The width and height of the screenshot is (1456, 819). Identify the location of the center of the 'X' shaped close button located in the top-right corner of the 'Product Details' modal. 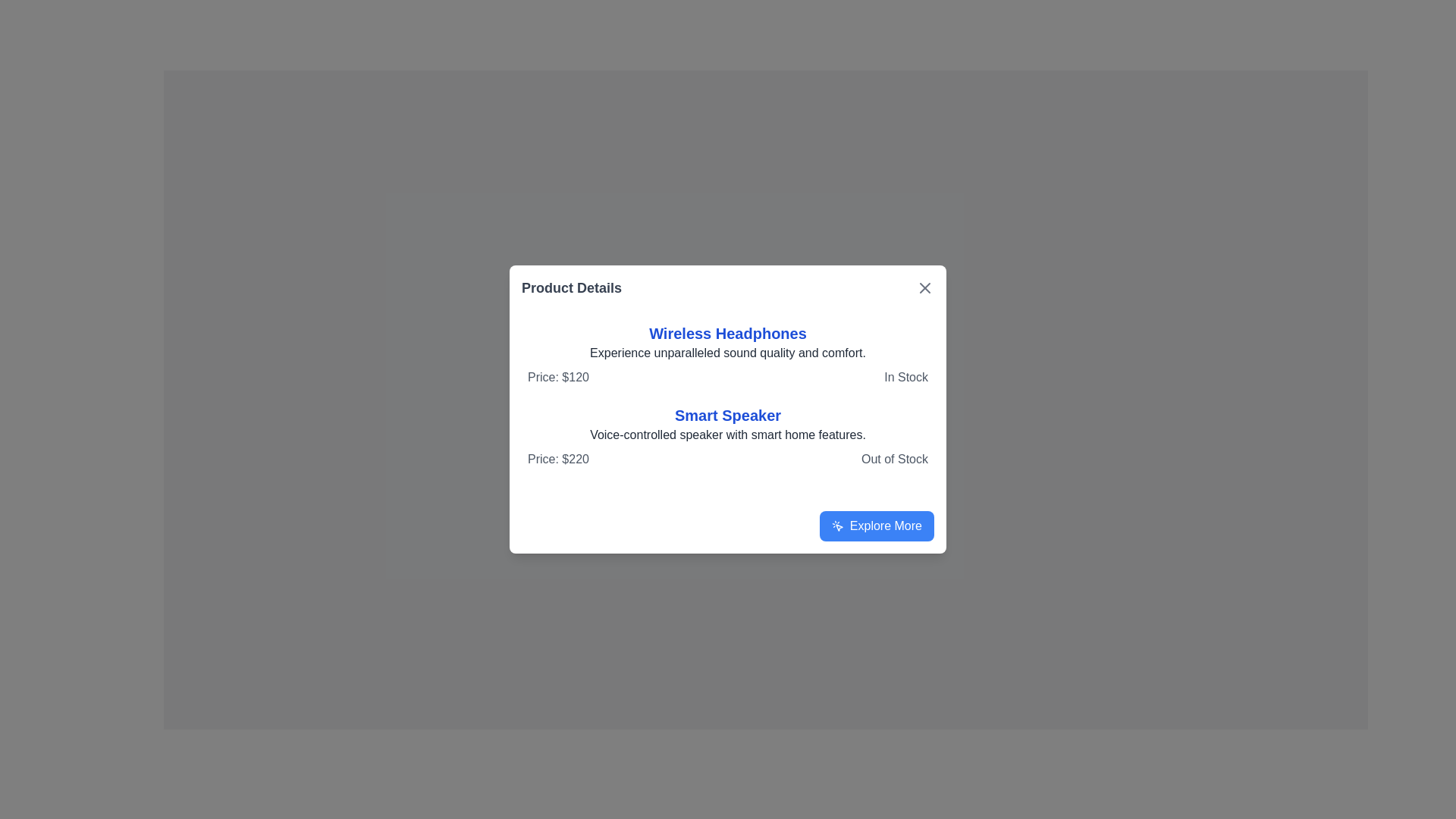
(924, 288).